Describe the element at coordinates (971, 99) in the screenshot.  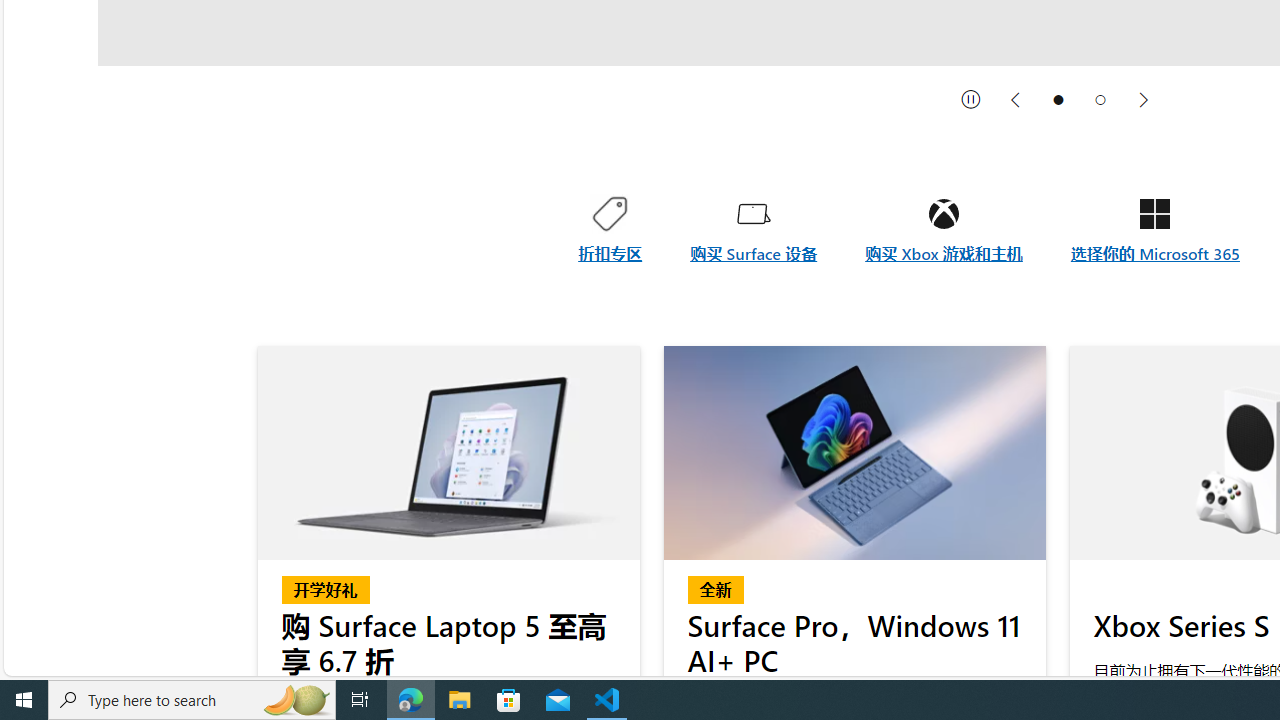
I see `'Pause'` at that location.